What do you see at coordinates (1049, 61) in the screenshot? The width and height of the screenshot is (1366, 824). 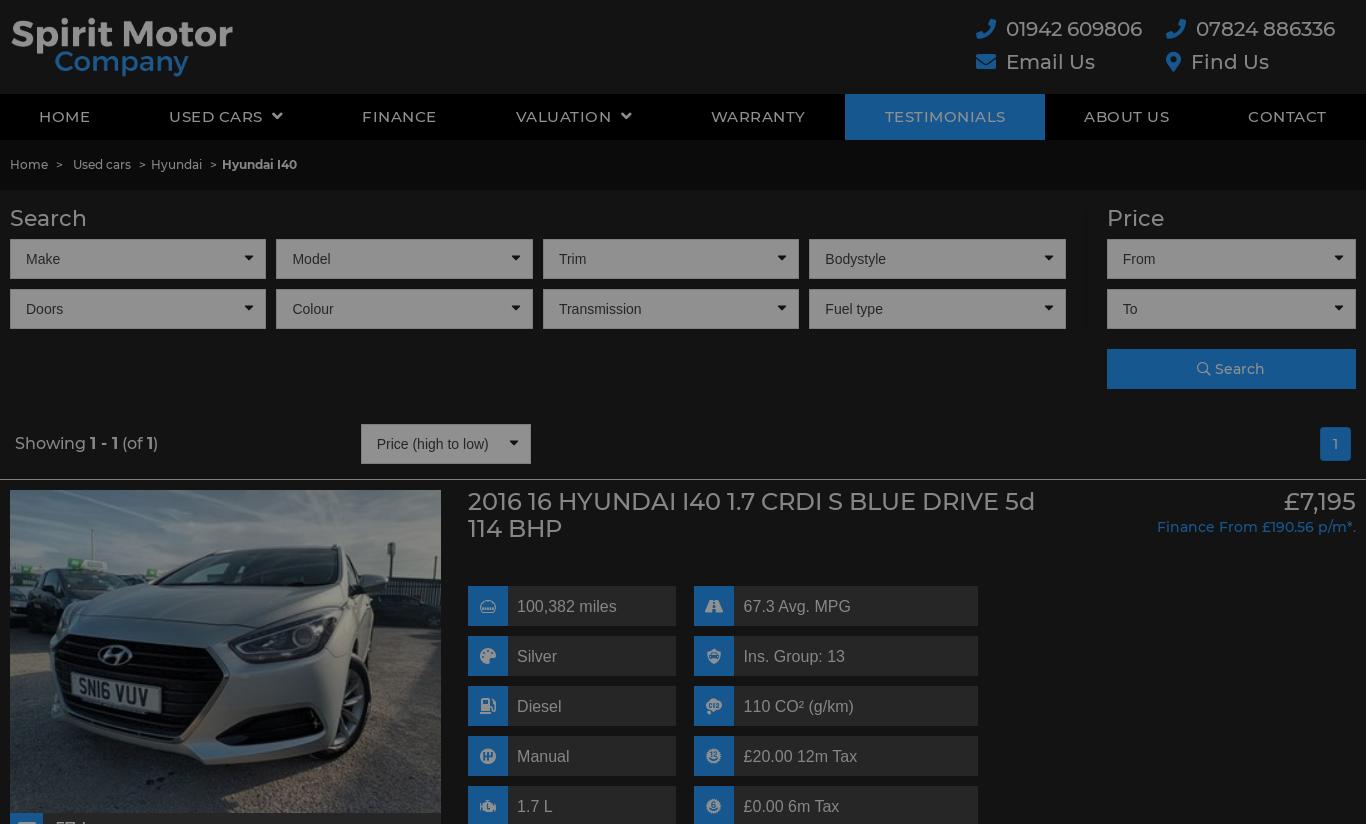 I see `'Email Us'` at bounding box center [1049, 61].